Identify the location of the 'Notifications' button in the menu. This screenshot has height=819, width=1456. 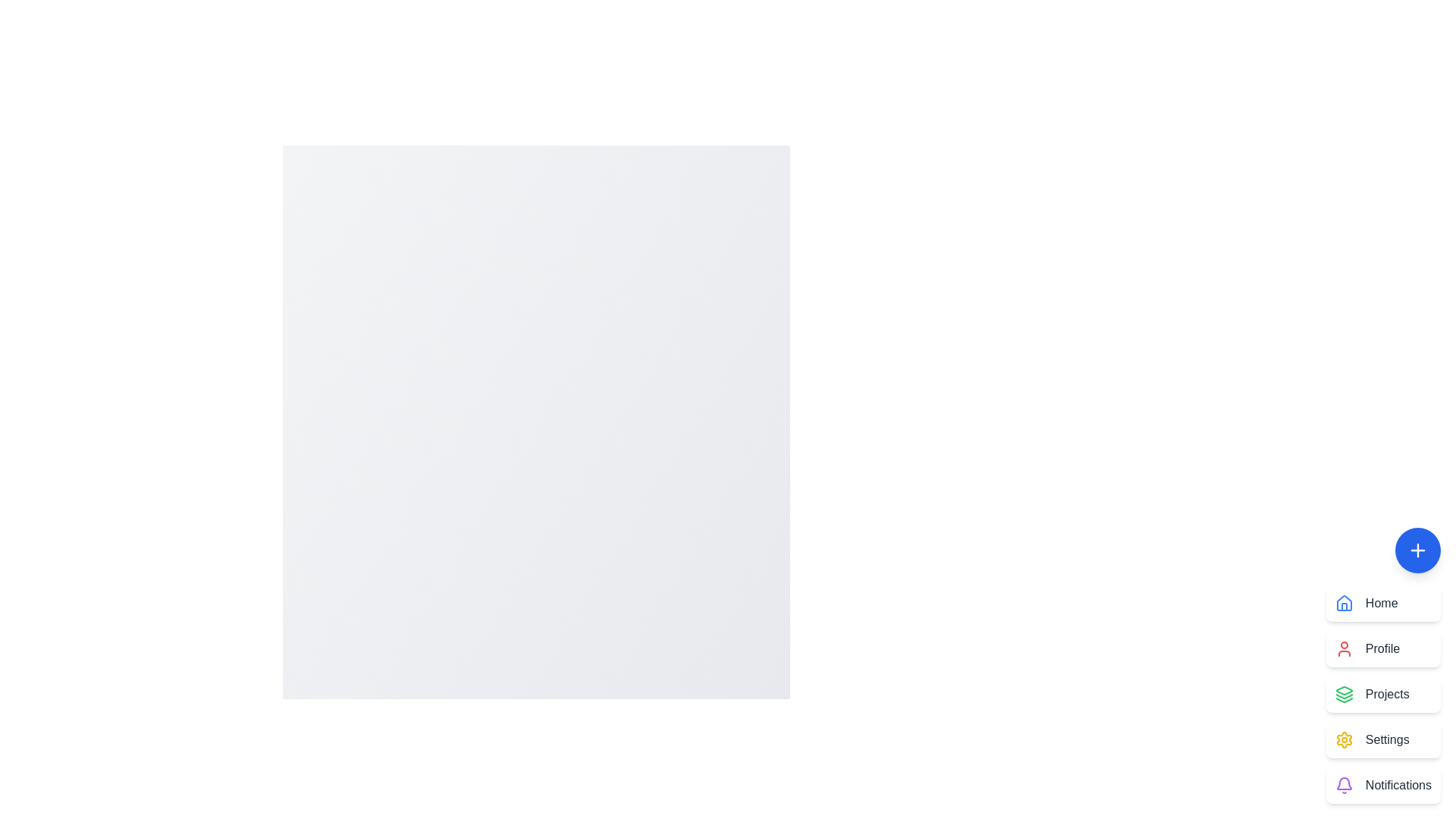
(1383, 785).